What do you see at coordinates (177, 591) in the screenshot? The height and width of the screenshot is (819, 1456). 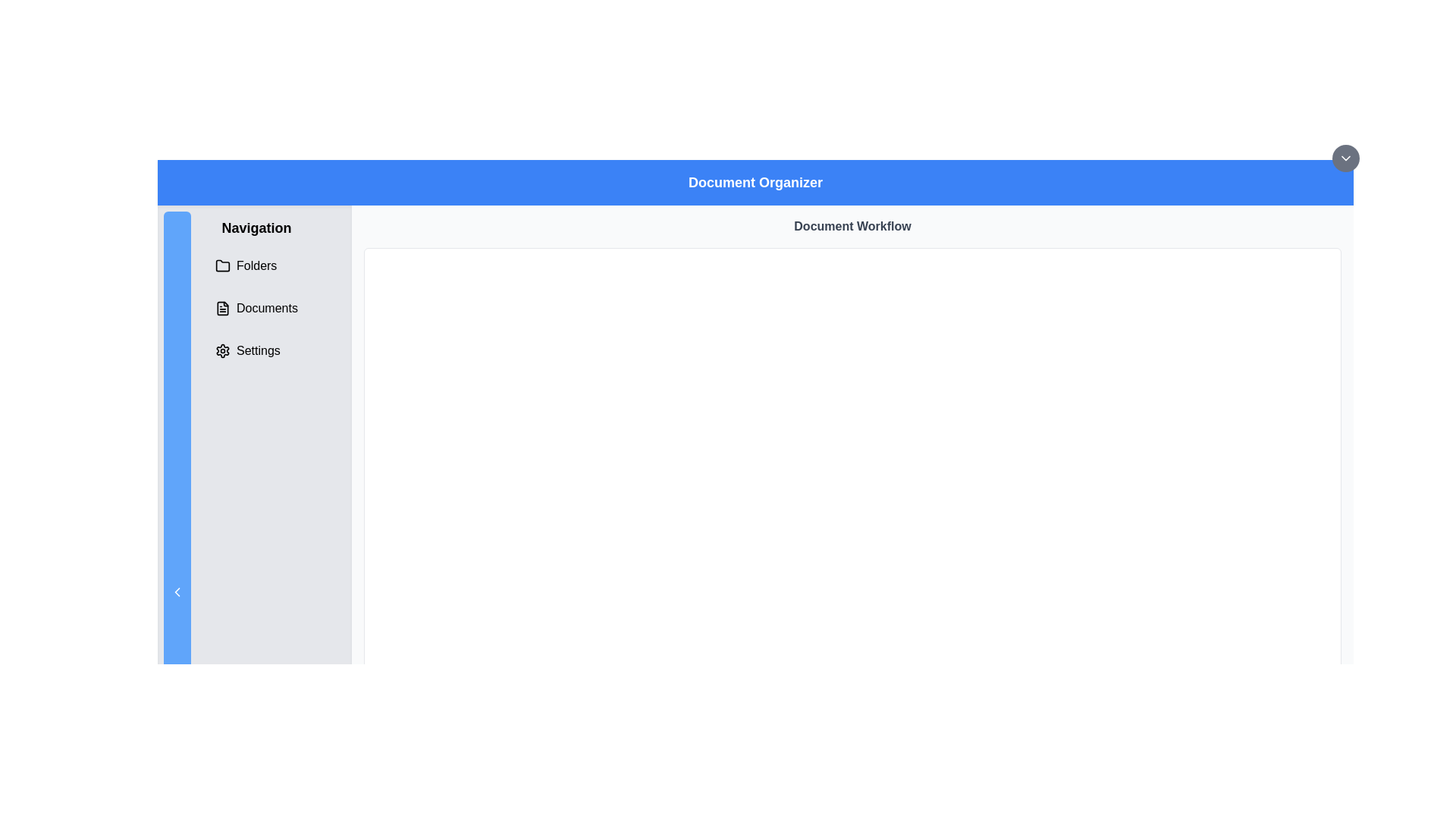 I see `the small leftward-chevron icon with a blue background in the left-side navigation bar` at bounding box center [177, 591].